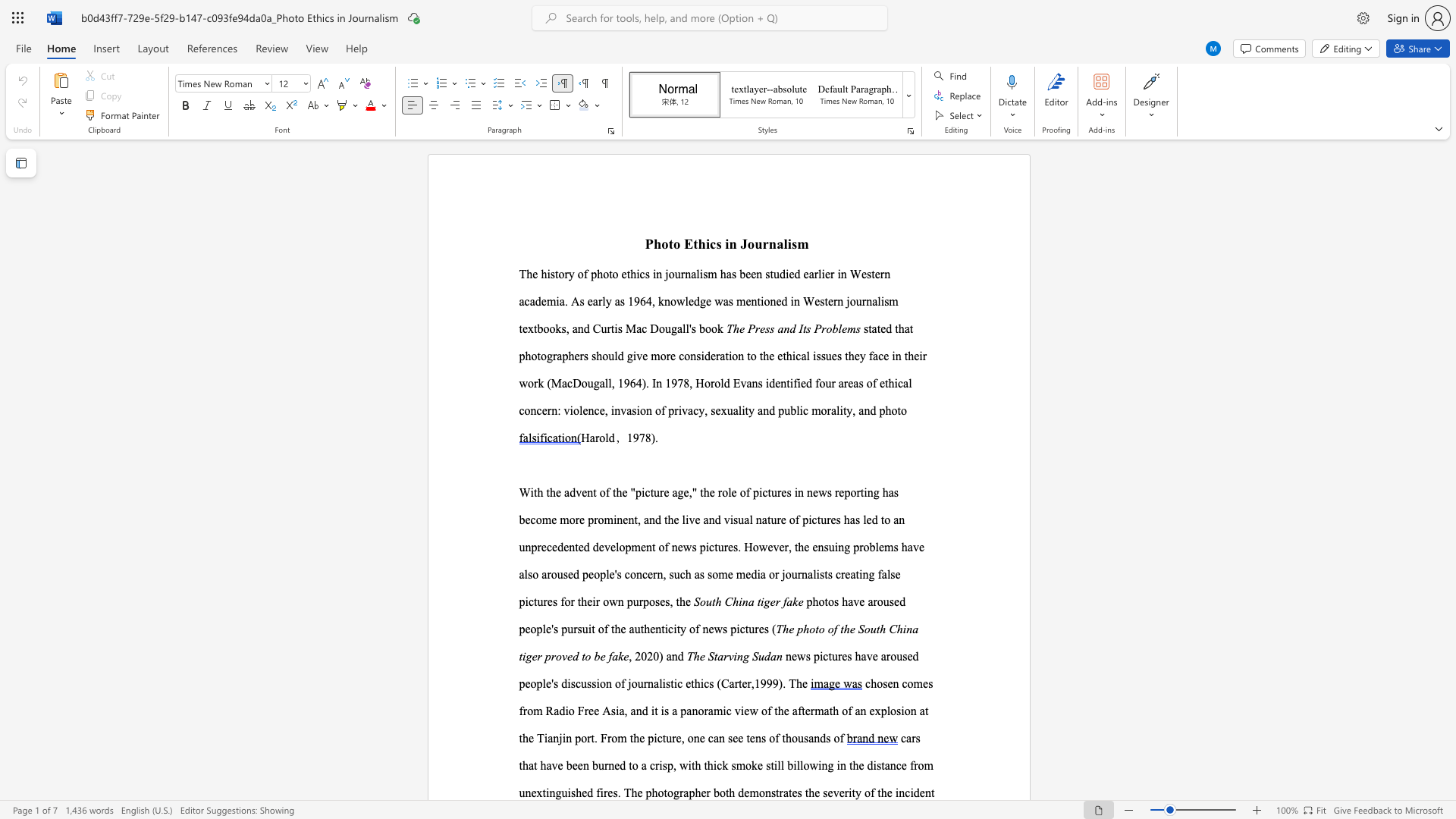  Describe the element at coordinates (863, 711) in the screenshot. I see `the 3th character "n" in the text` at that location.